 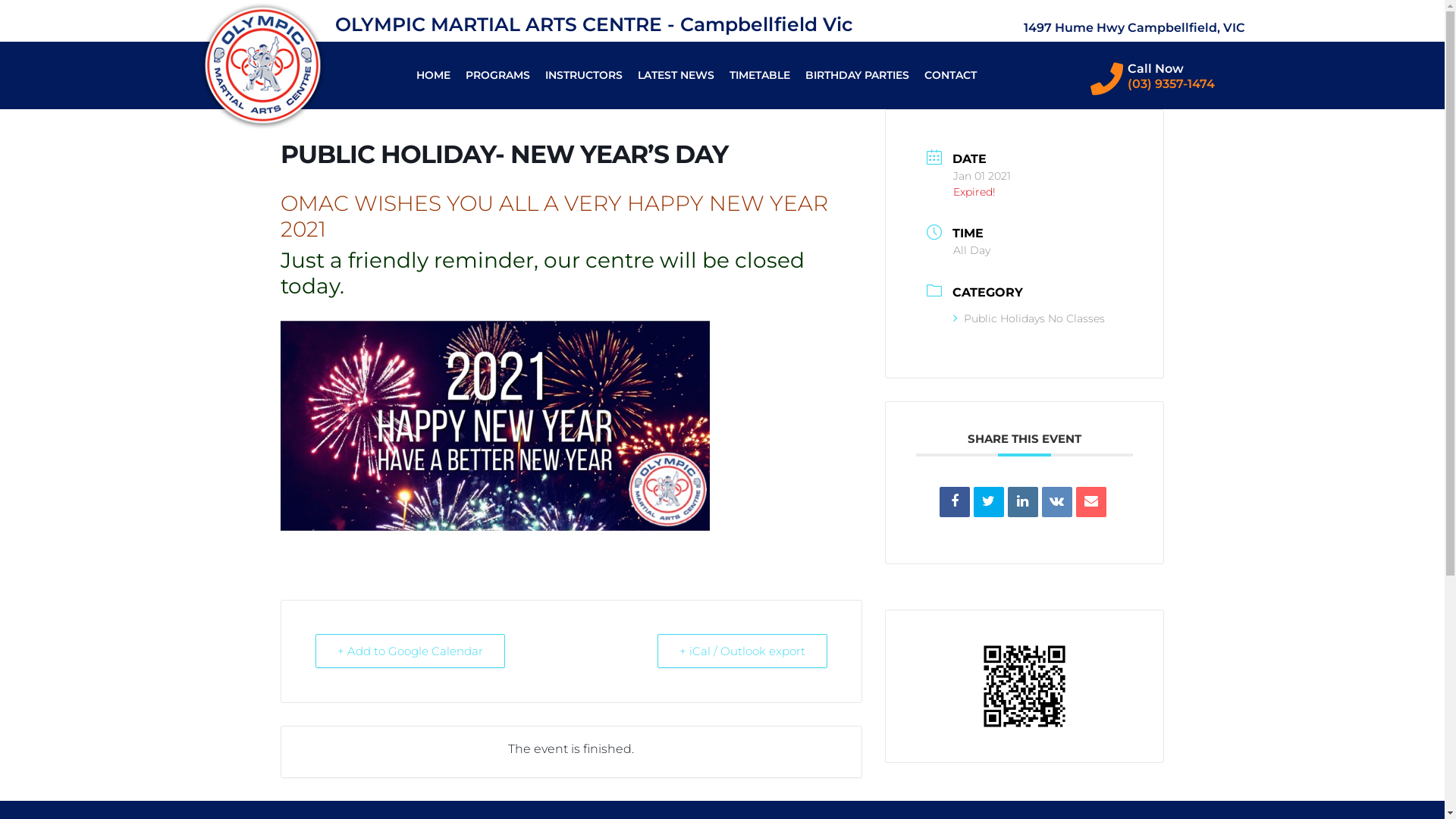 What do you see at coordinates (916, 75) in the screenshot?
I see `'CONTACT'` at bounding box center [916, 75].